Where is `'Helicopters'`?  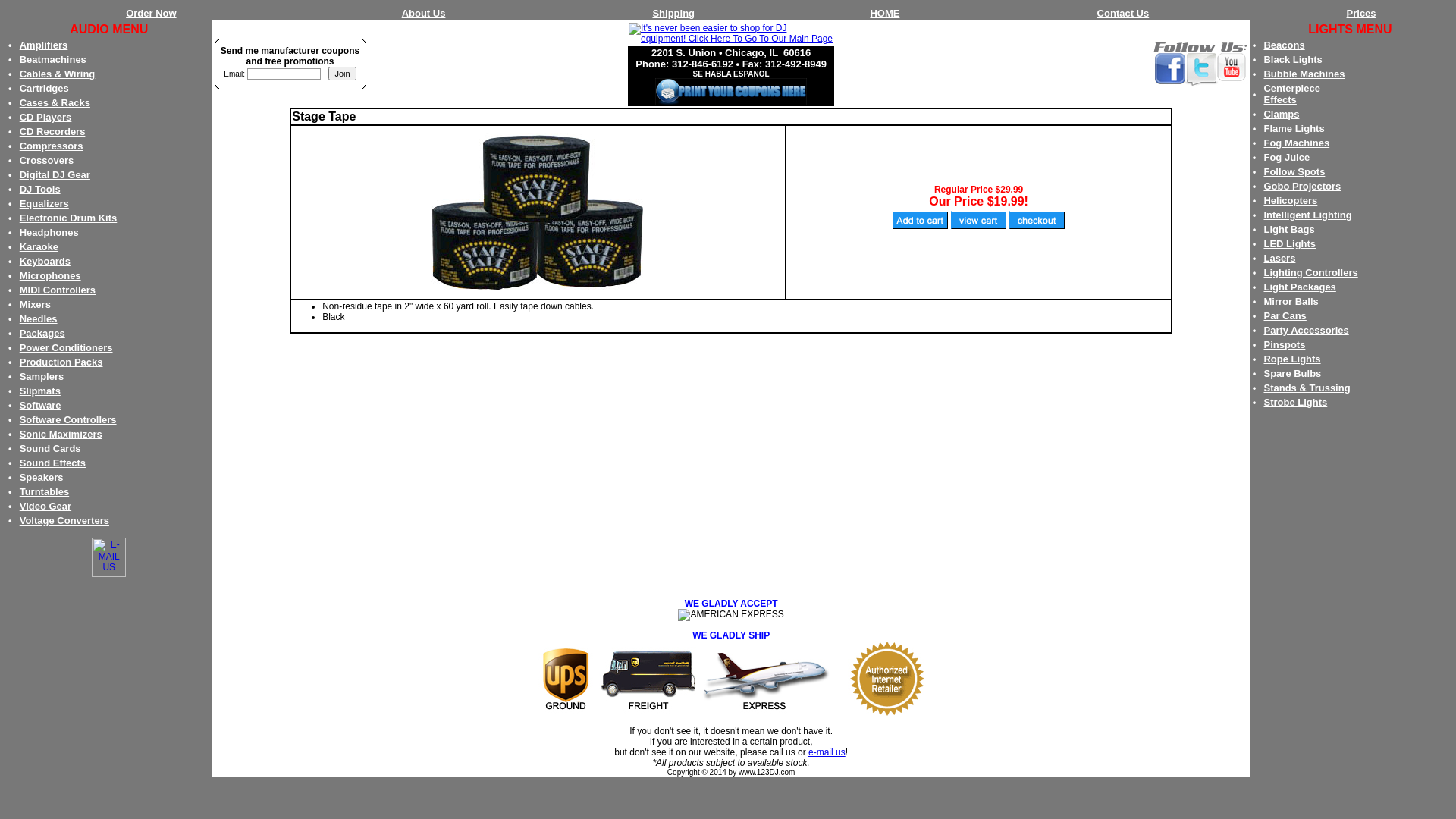 'Helicopters' is located at coordinates (1289, 199).